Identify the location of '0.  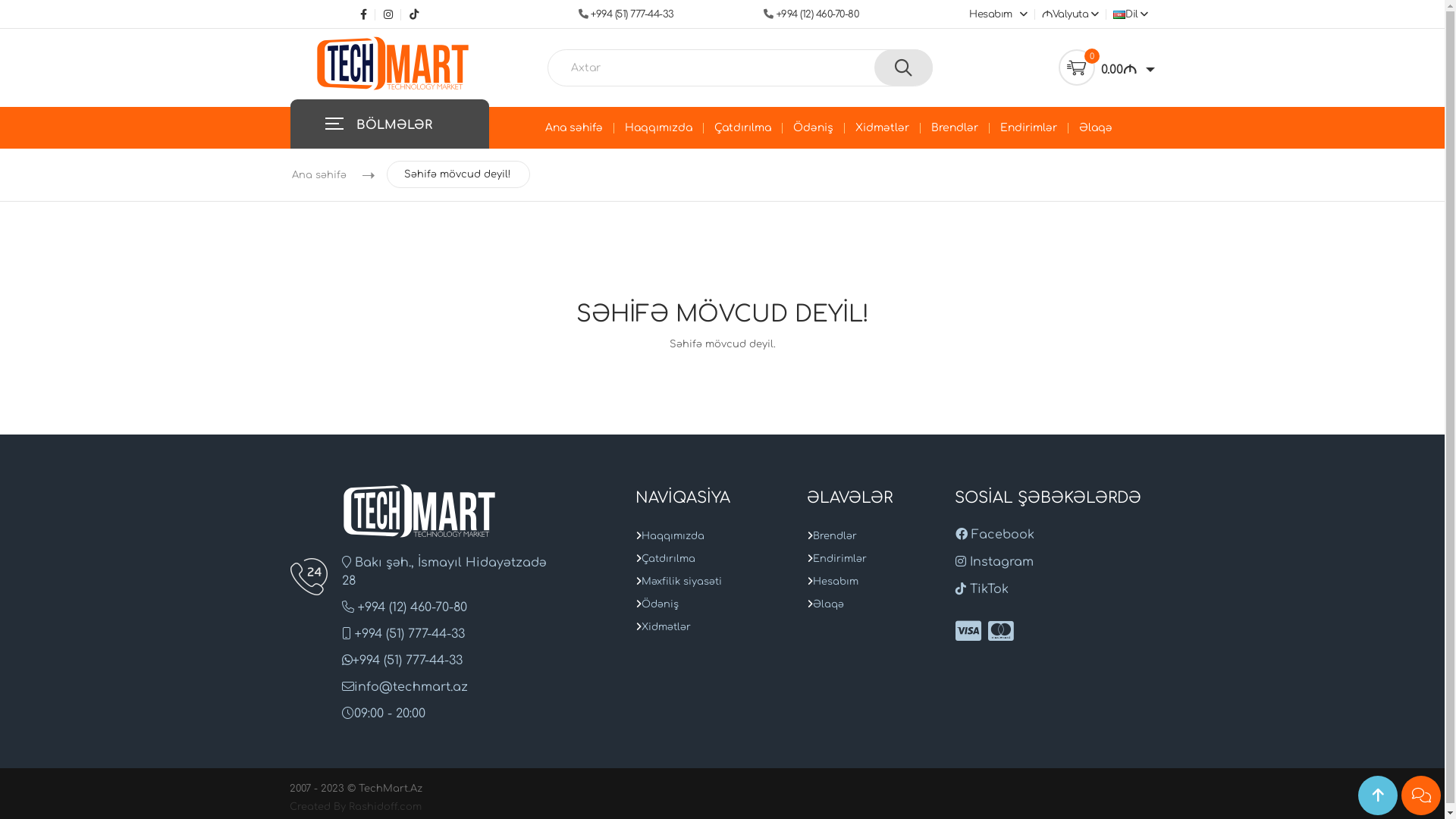
(1058, 66).